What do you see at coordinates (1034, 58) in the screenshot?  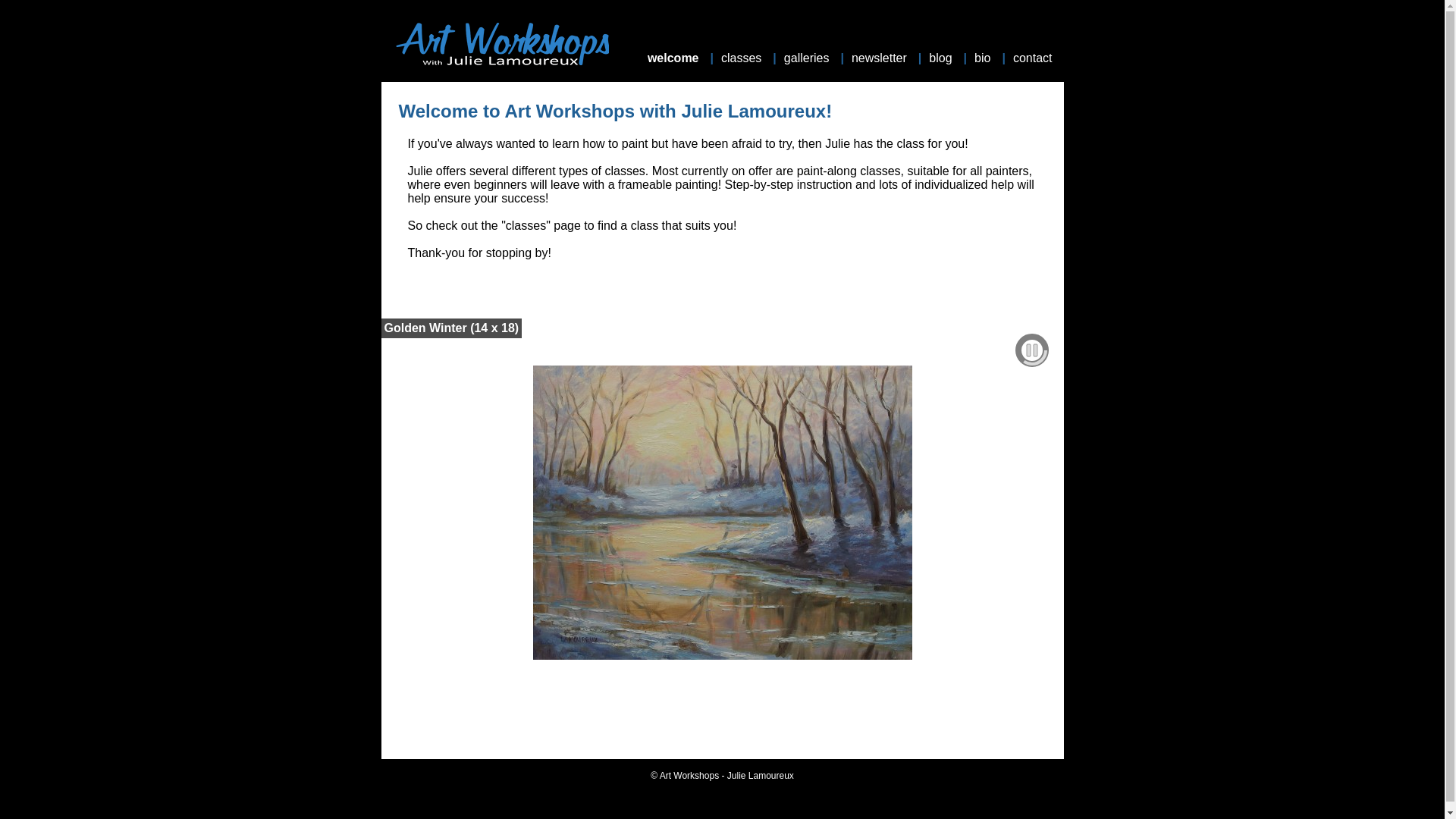 I see `'contact'` at bounding box center [1034, 58].